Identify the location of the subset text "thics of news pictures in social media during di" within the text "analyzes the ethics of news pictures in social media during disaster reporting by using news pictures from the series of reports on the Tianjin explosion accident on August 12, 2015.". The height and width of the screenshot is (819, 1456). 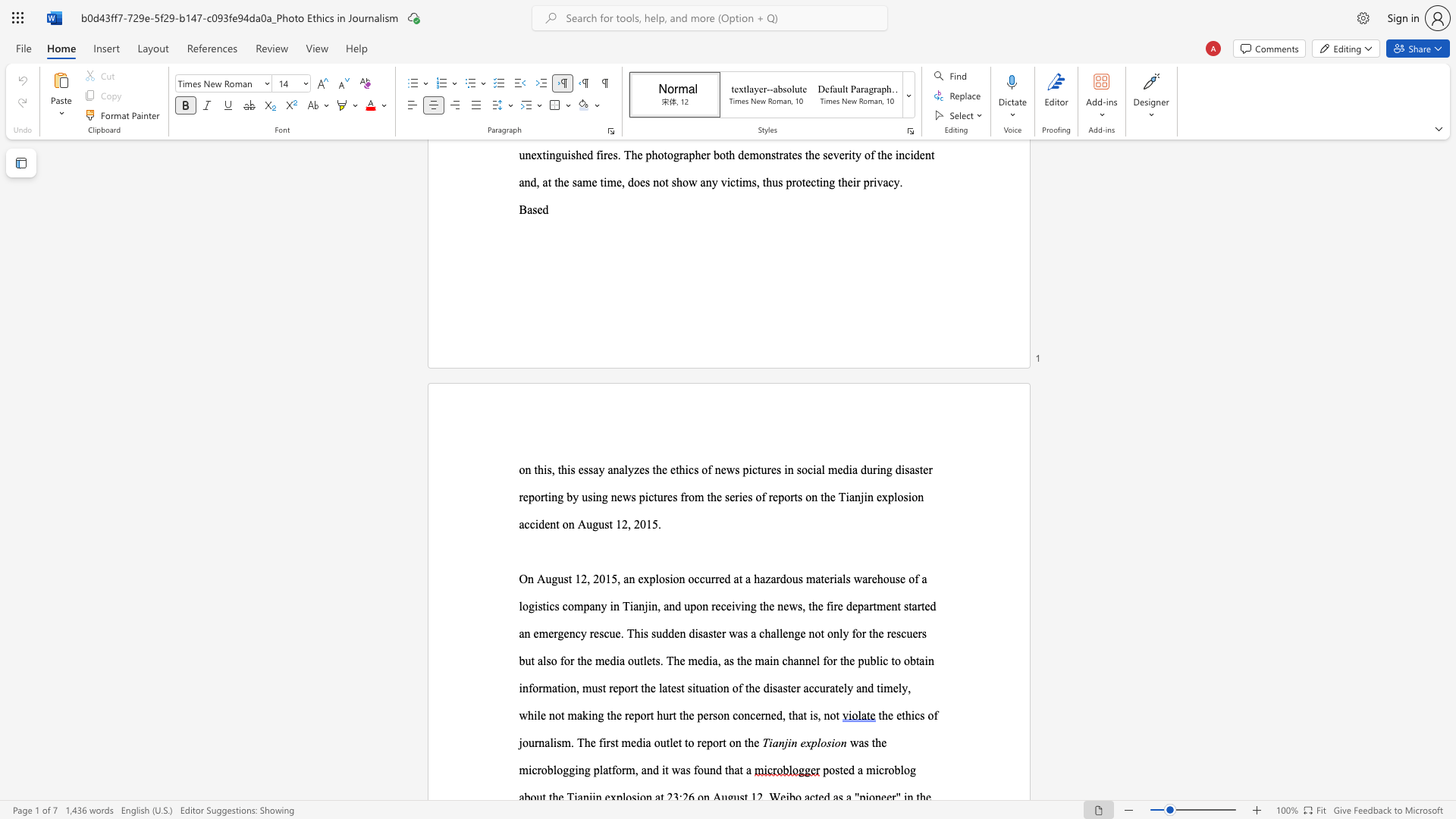
(675, 469).